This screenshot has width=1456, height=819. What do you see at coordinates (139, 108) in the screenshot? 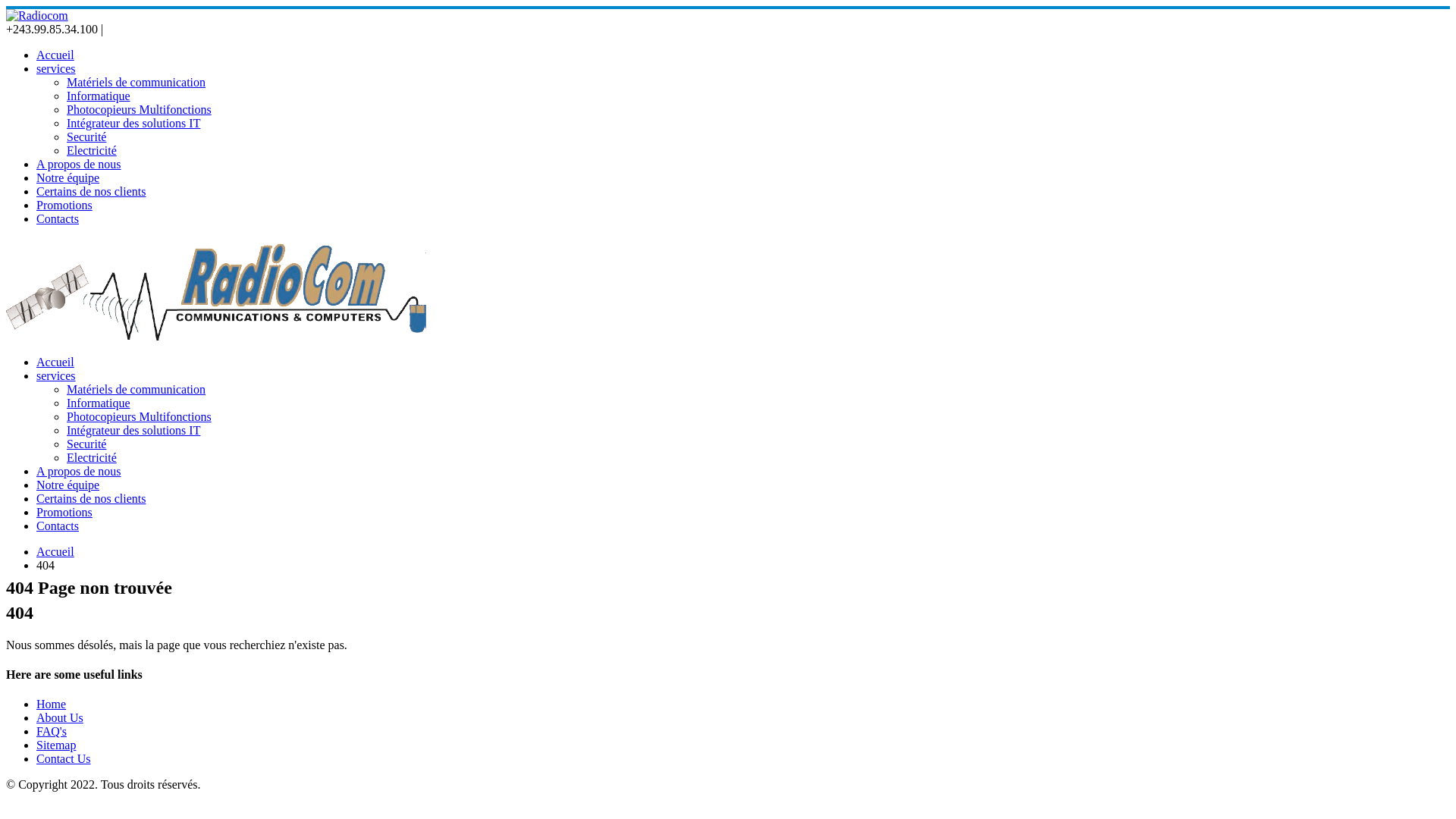
I see `'Photocopieurs Multifonctions'` at bounding box center [139, 108].